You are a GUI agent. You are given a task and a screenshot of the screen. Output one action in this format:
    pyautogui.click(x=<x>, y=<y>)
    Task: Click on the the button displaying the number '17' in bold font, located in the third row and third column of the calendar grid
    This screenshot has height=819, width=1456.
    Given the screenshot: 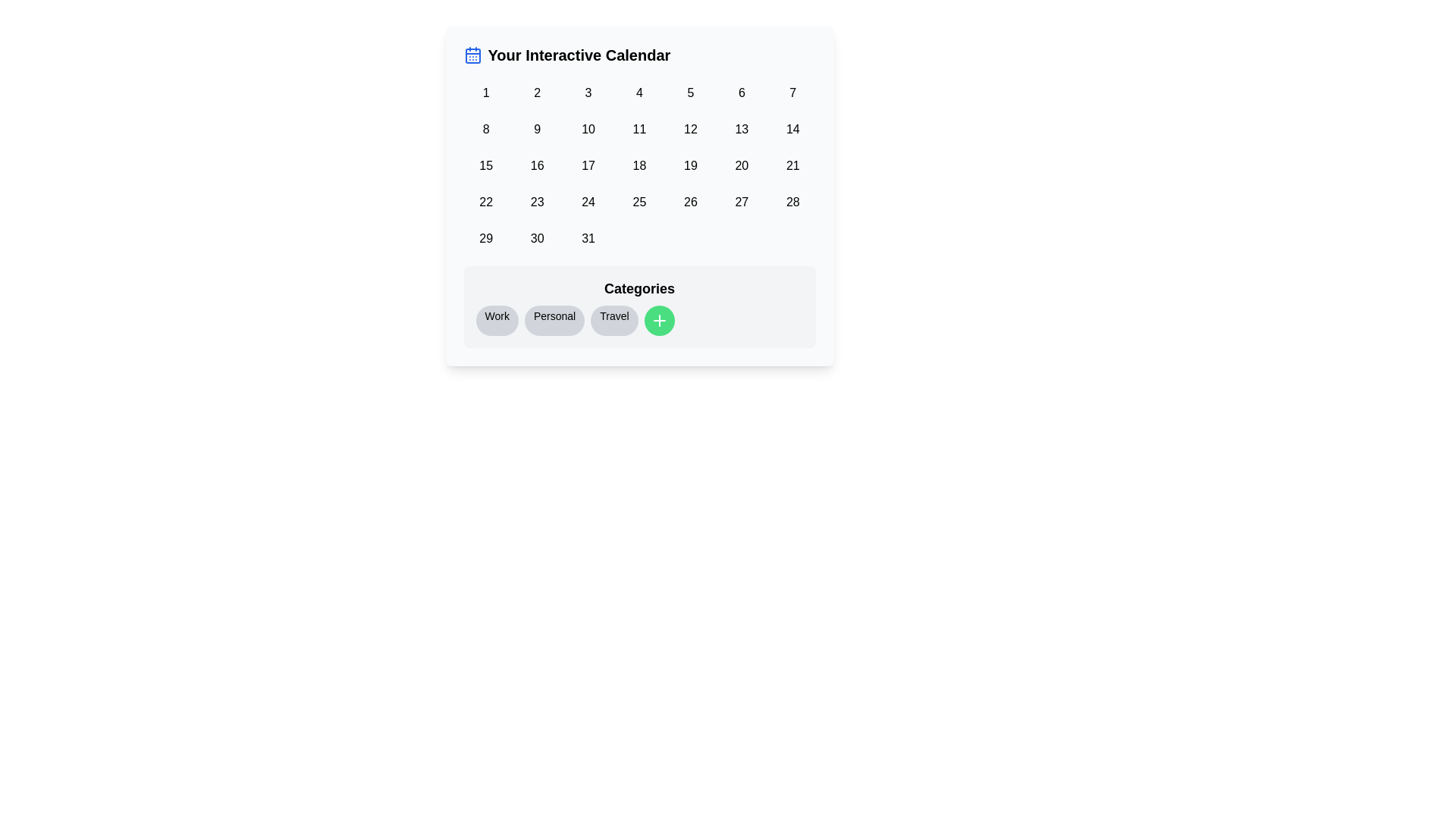 What is the action you would take?
    pyautogui.click(x=588, y=166)
    